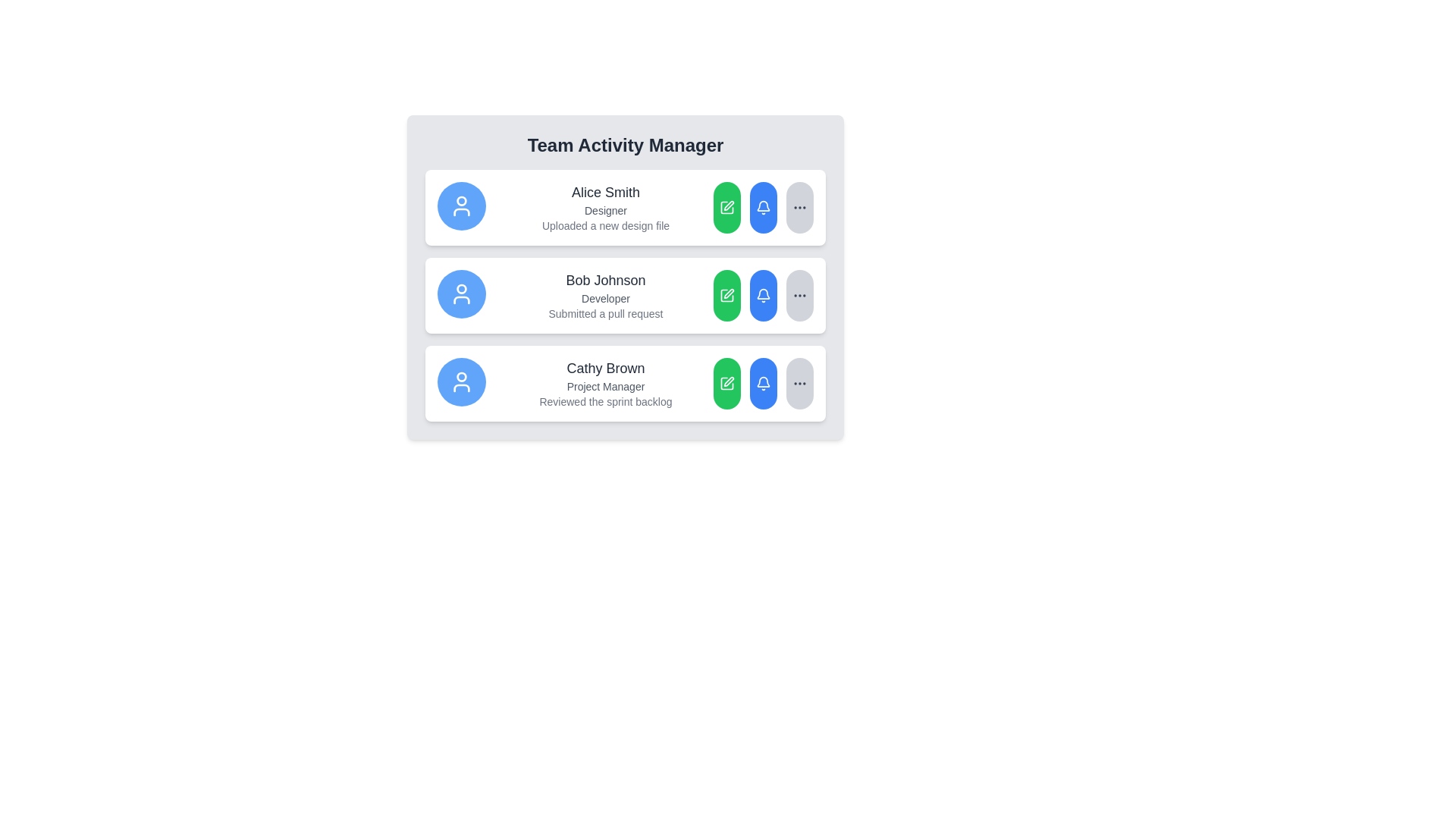 The width and height of the screenshot is (1456, 819). What do you see at coordinates (764, 293) in the screenshot?
I see `the blue outlined bell icon located` at bounding box center [764, 293].